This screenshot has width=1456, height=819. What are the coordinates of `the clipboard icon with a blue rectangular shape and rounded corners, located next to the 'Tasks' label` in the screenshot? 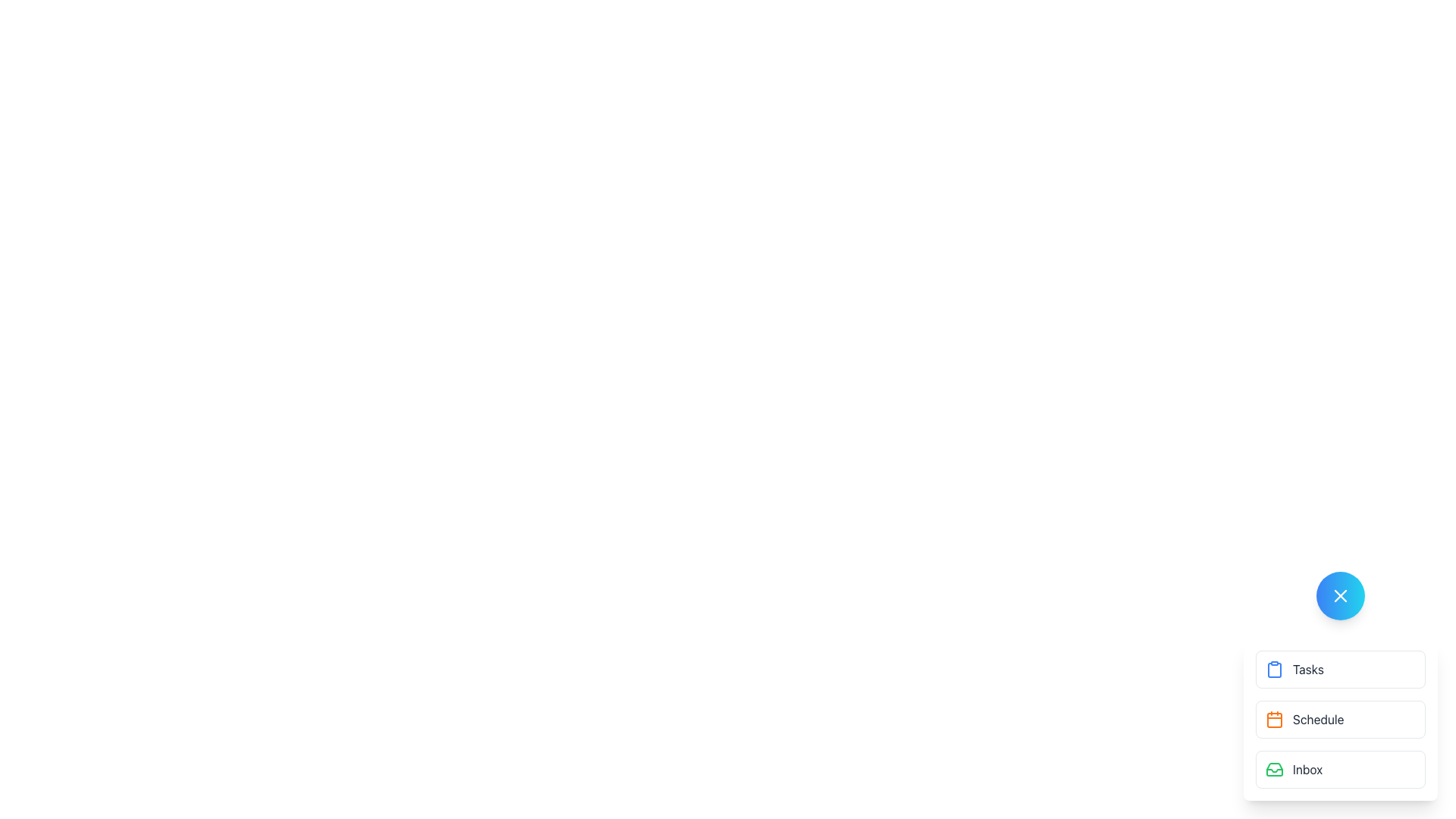 It's located at (1274, 669).